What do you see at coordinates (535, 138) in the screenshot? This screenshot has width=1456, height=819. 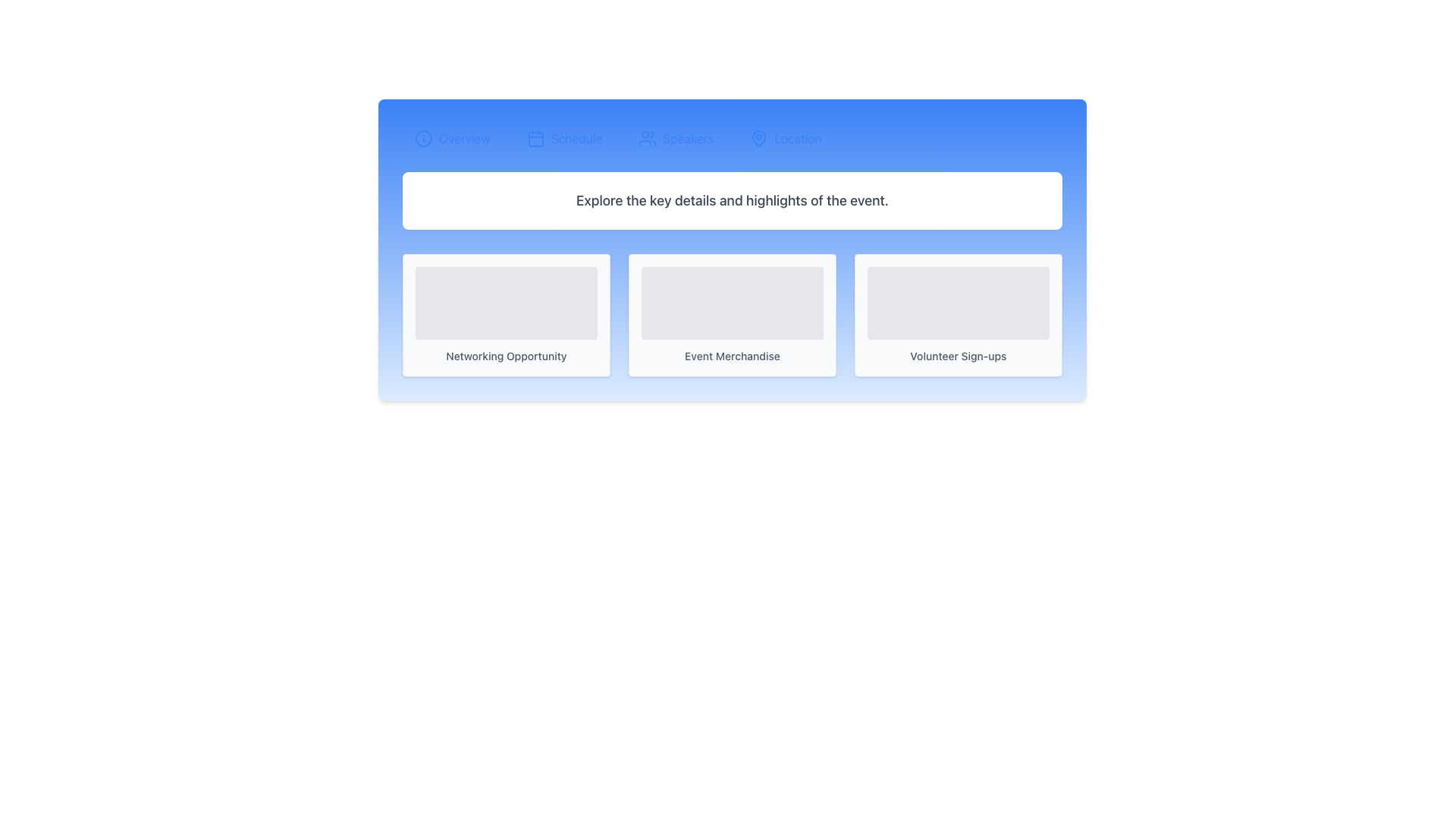 I see `the calendar icon located in the 'Schedule' tab header, which is styled in blue and positioned left of the text label 'Schedule'` at bounding box center [535, 138].